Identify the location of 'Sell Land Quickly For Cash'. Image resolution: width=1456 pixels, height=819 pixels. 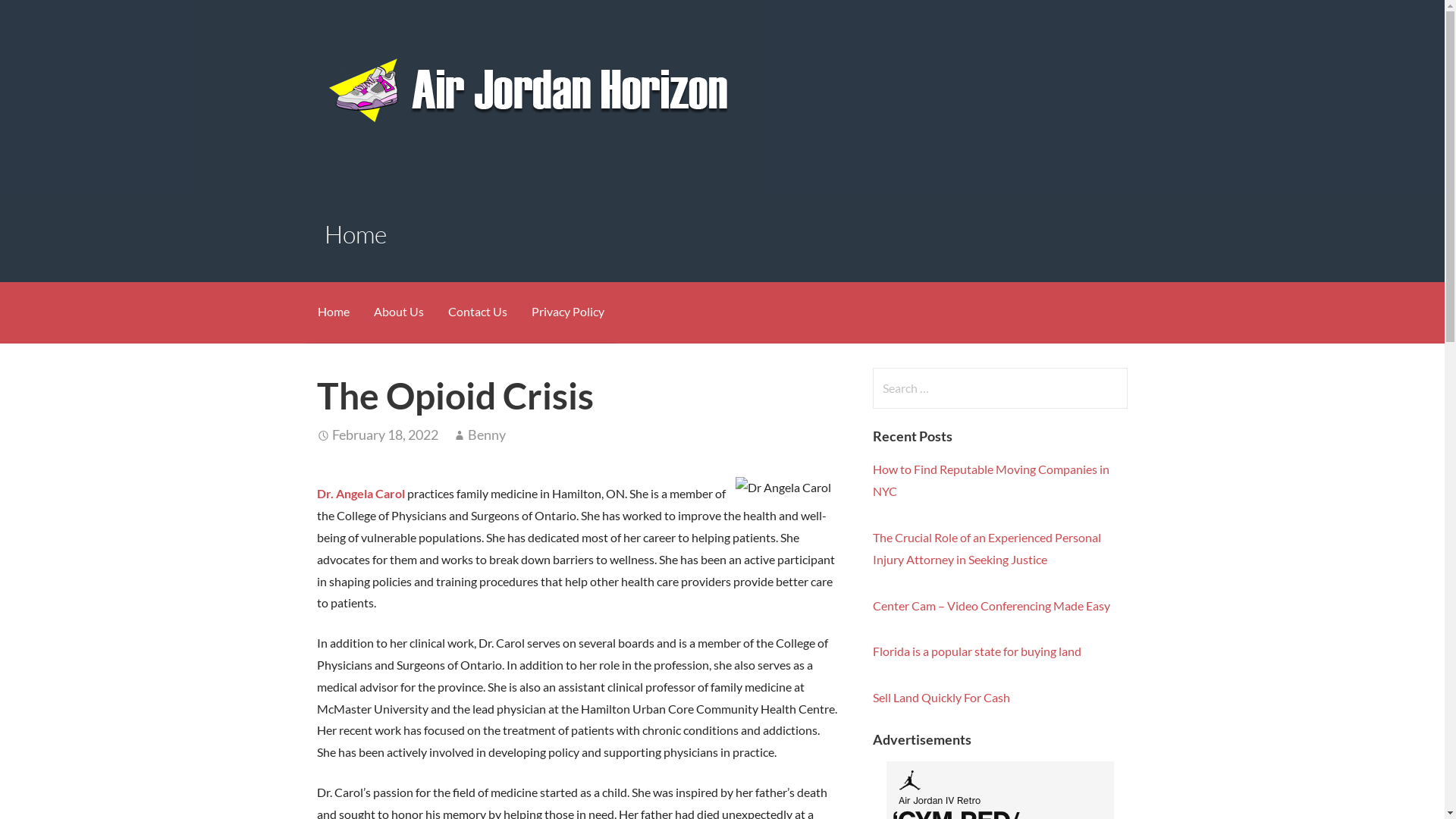
(940, 697).